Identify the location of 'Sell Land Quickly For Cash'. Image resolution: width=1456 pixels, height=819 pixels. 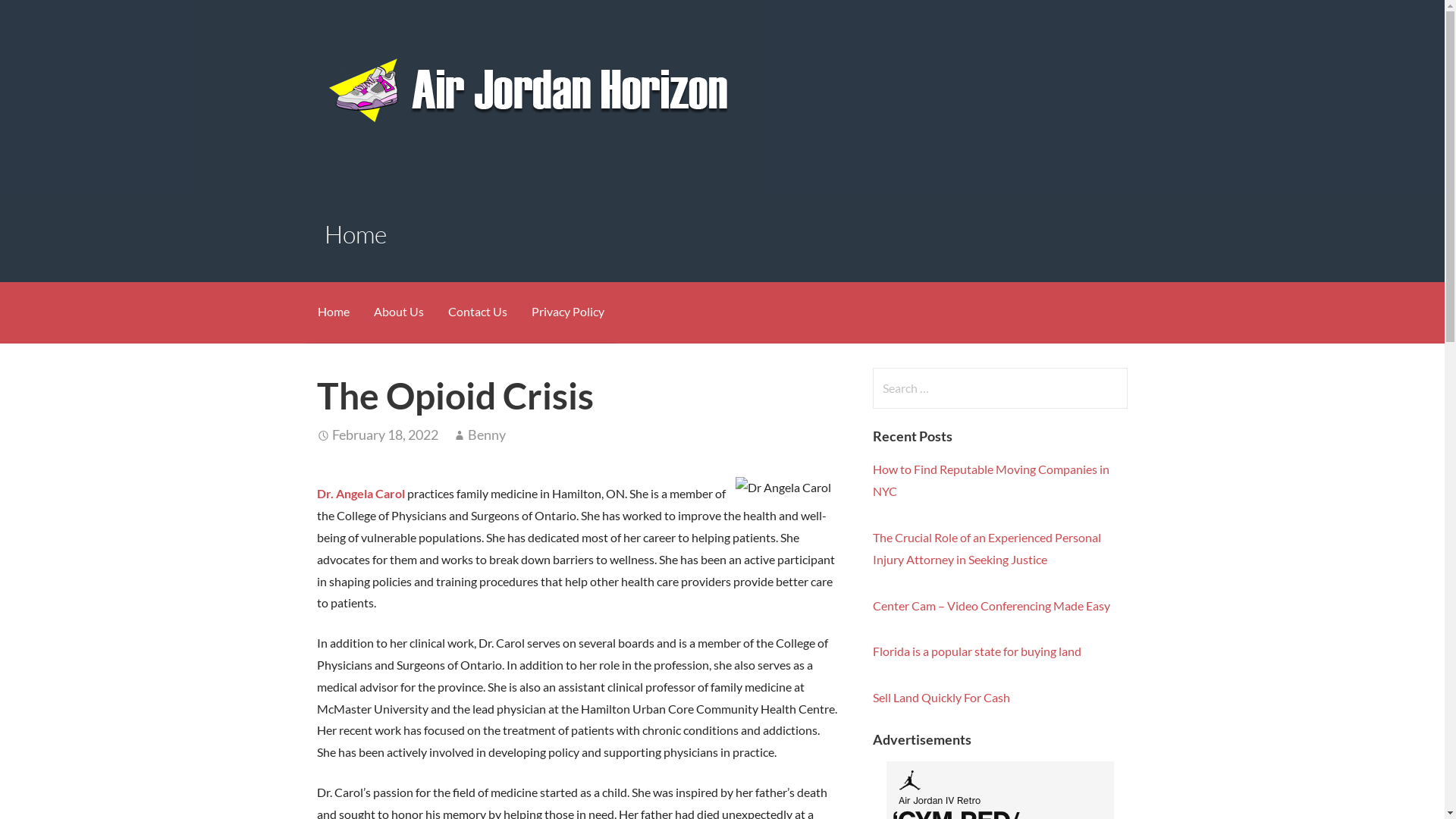
(940, 697).